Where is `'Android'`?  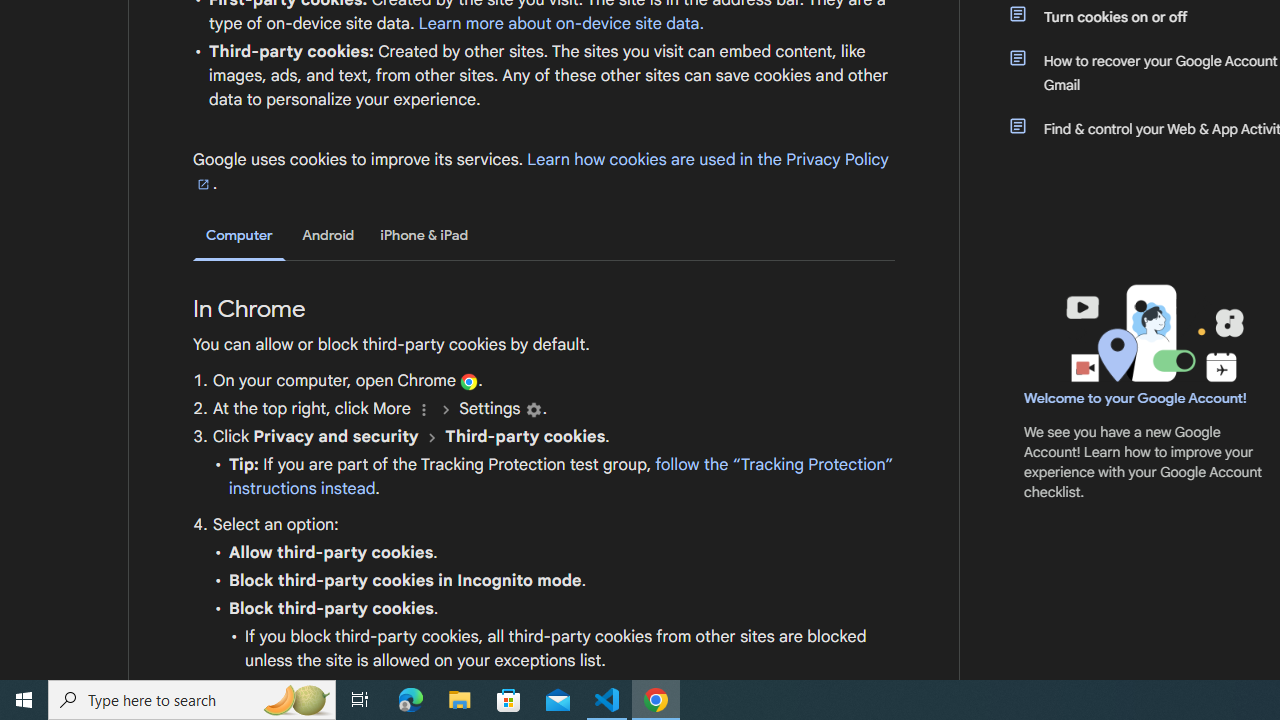
'Android' is located at coordinates (328, 234).